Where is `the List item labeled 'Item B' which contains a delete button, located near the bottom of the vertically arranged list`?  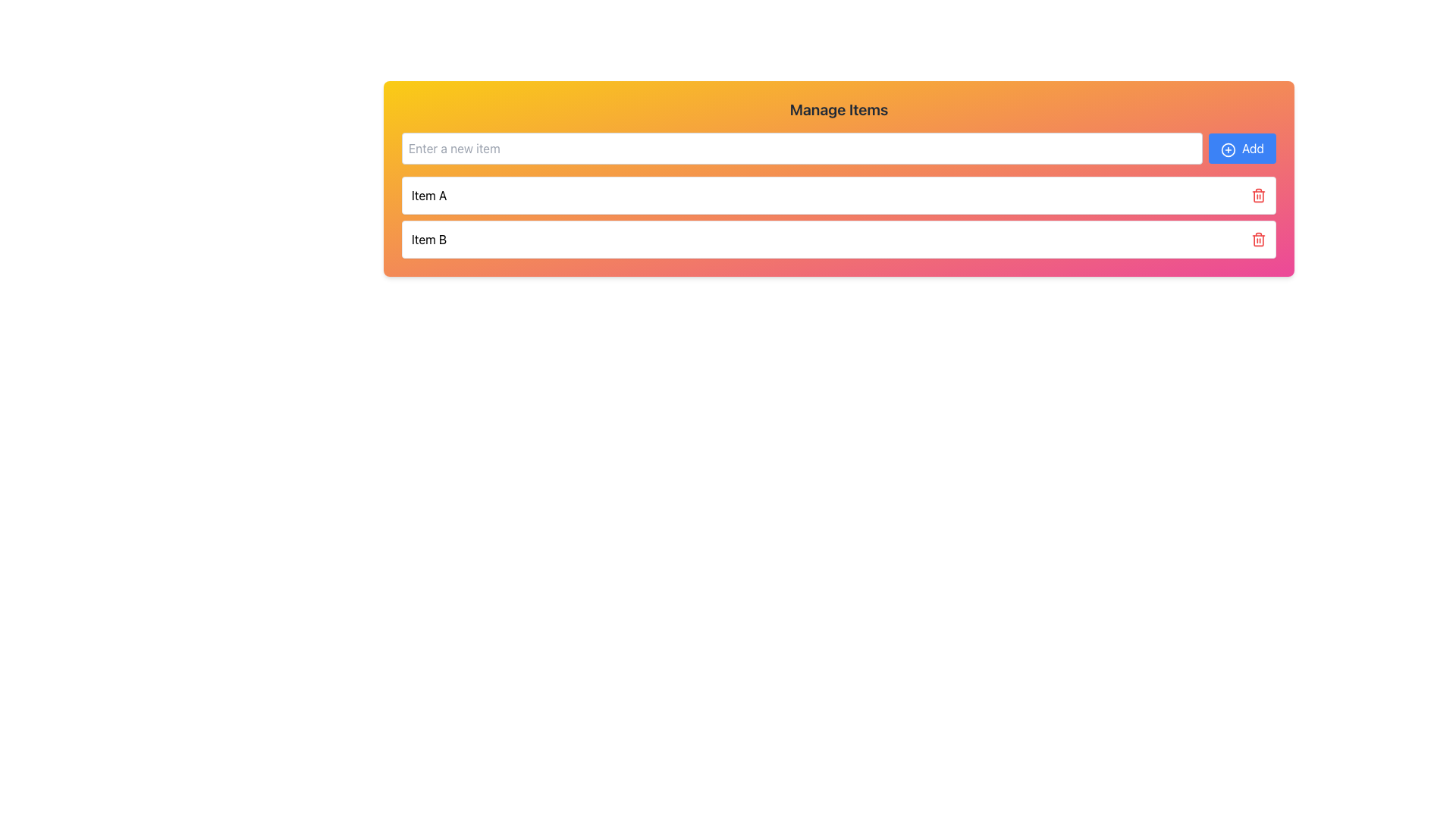 the List item labeled 'Item B' which contains a delete button, located near the bottom of the vertically arranged list is located at coordinates (838, 239).